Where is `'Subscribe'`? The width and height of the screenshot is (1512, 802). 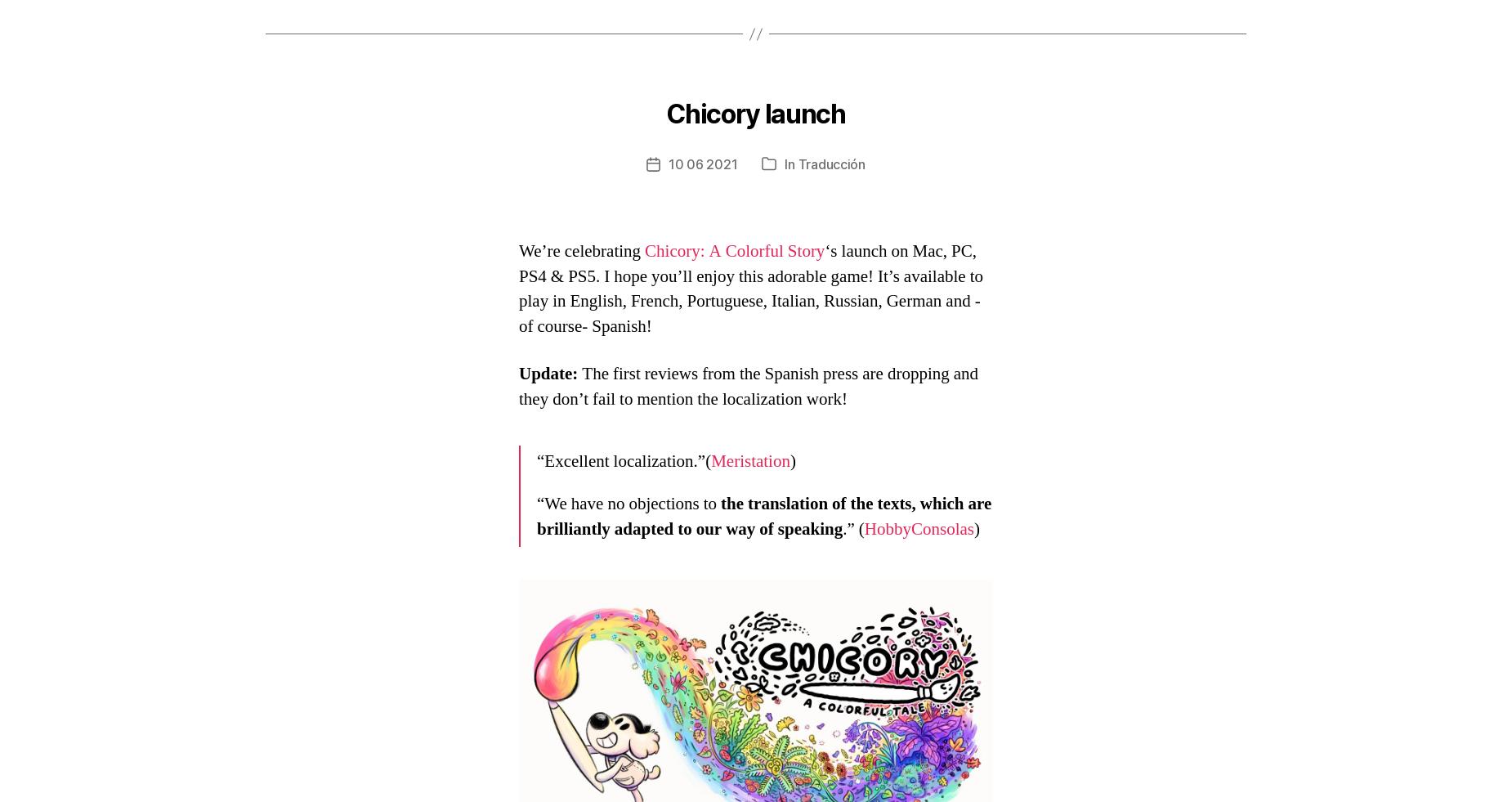
'Subscribe' is located at coordinates (390, 480).